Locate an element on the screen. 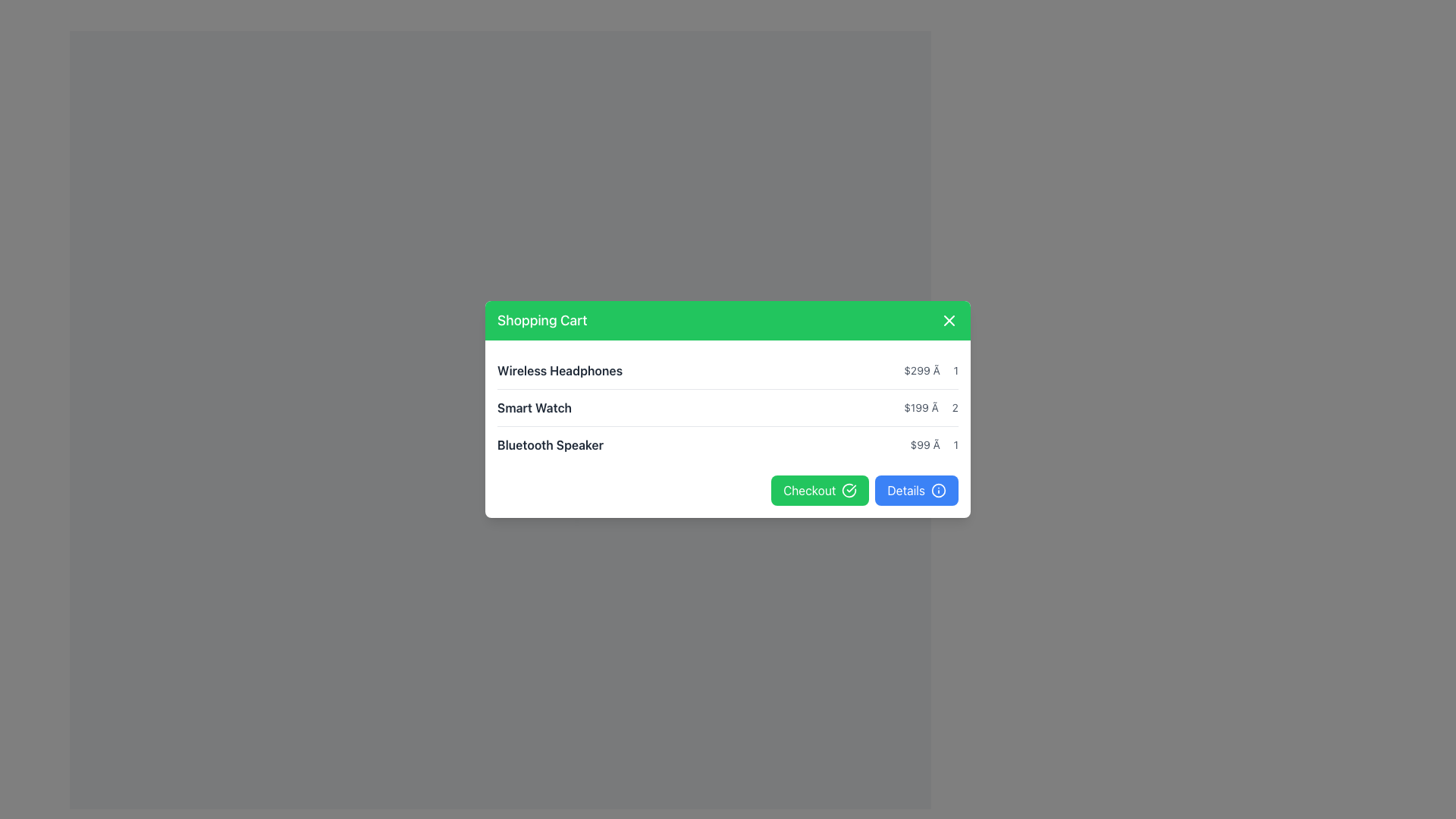 The image size is (1456, 819). the product name text label in the third row of the shopping cart, which is aligned to the left side under the cart title 'Shopping Cart' is located at coordinates (549, 444).